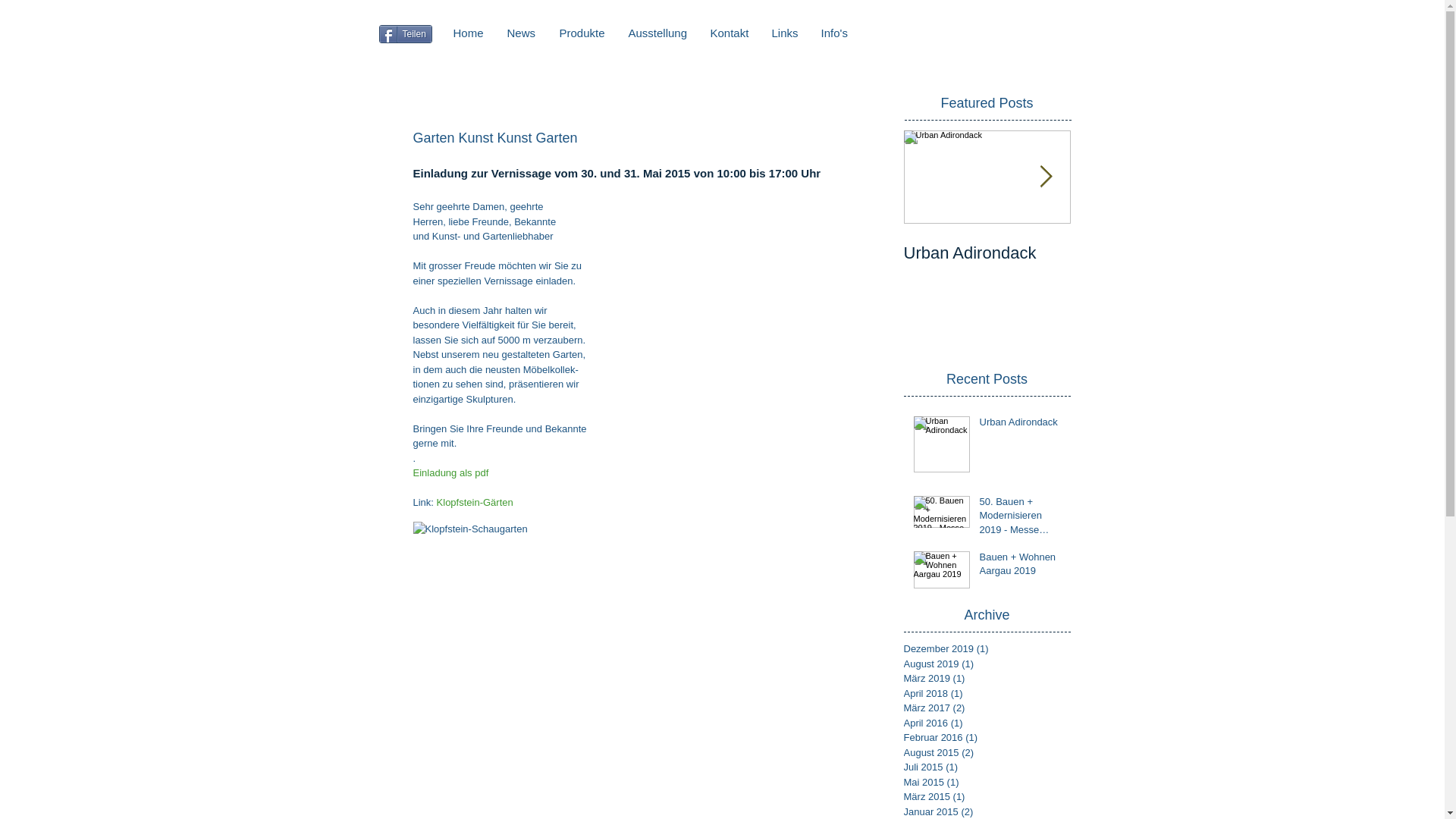  Describe the element at coordinates (1320, 253) in the screenshot. I see `'WOHGA ZUG 2016'` at that location.